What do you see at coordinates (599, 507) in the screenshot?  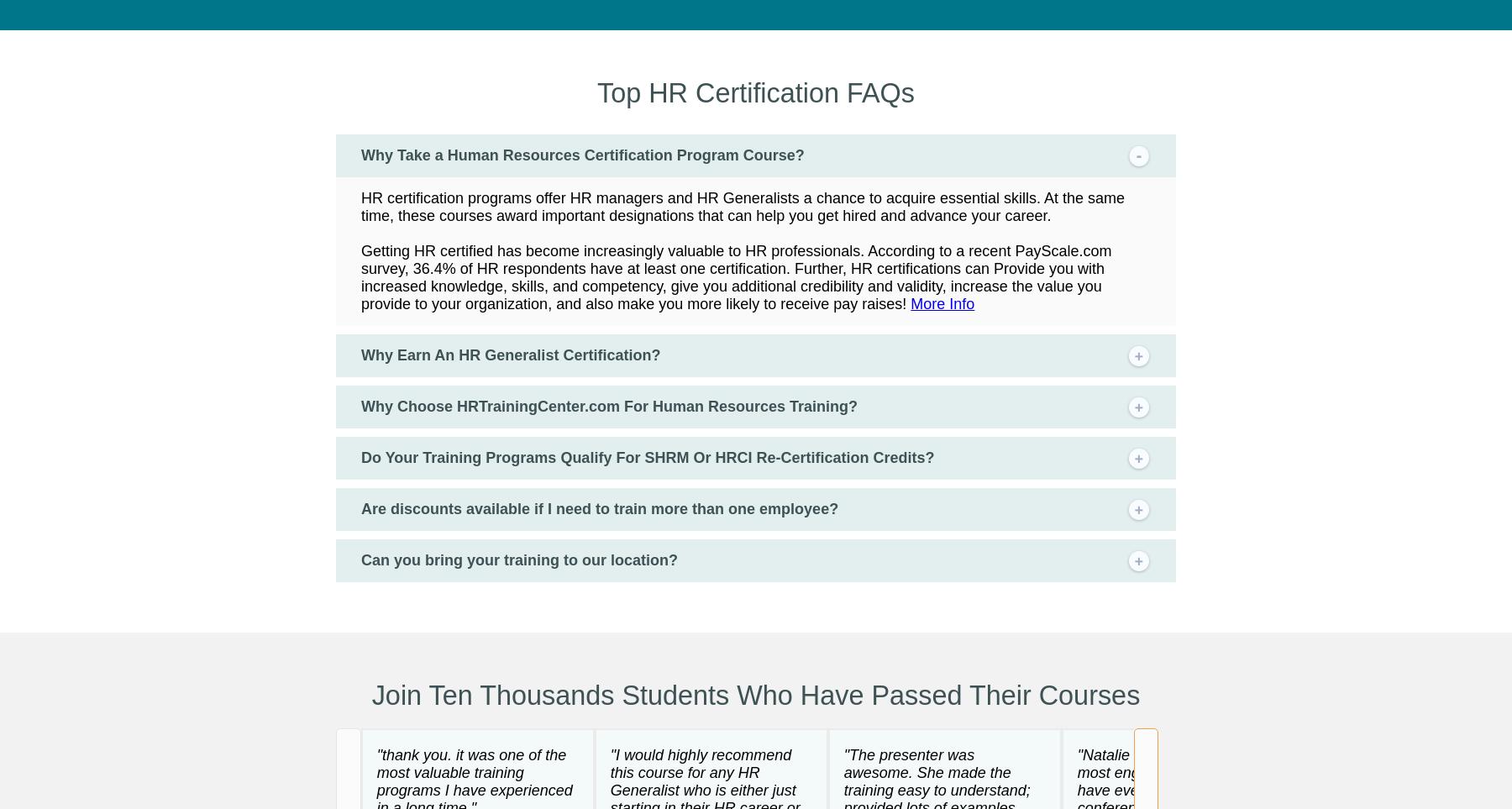 I see `'Are discounts available if I need to train more than one employee?'` at bounding box center [599, 507].